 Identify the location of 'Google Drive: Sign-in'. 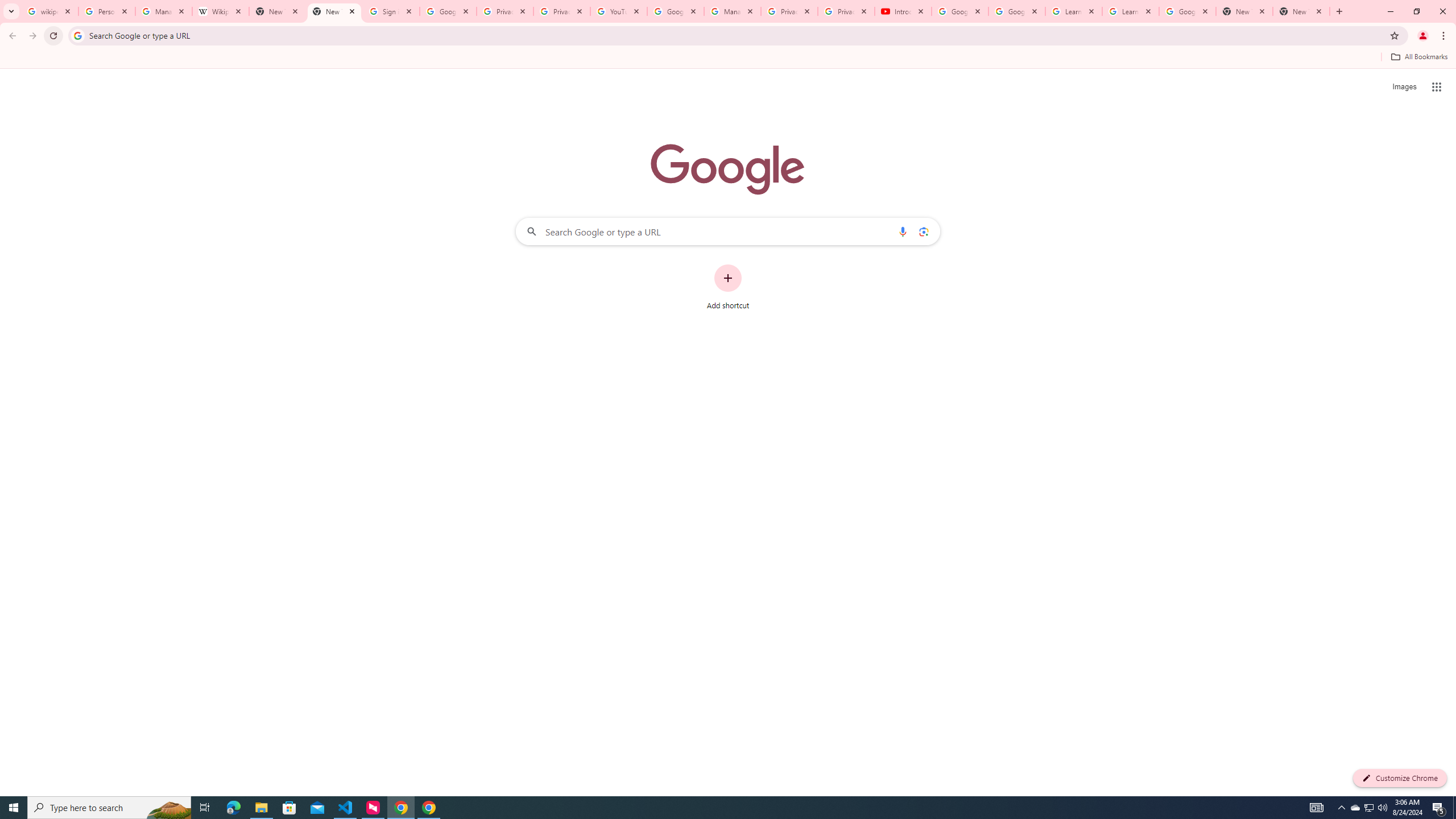
(448, 11).